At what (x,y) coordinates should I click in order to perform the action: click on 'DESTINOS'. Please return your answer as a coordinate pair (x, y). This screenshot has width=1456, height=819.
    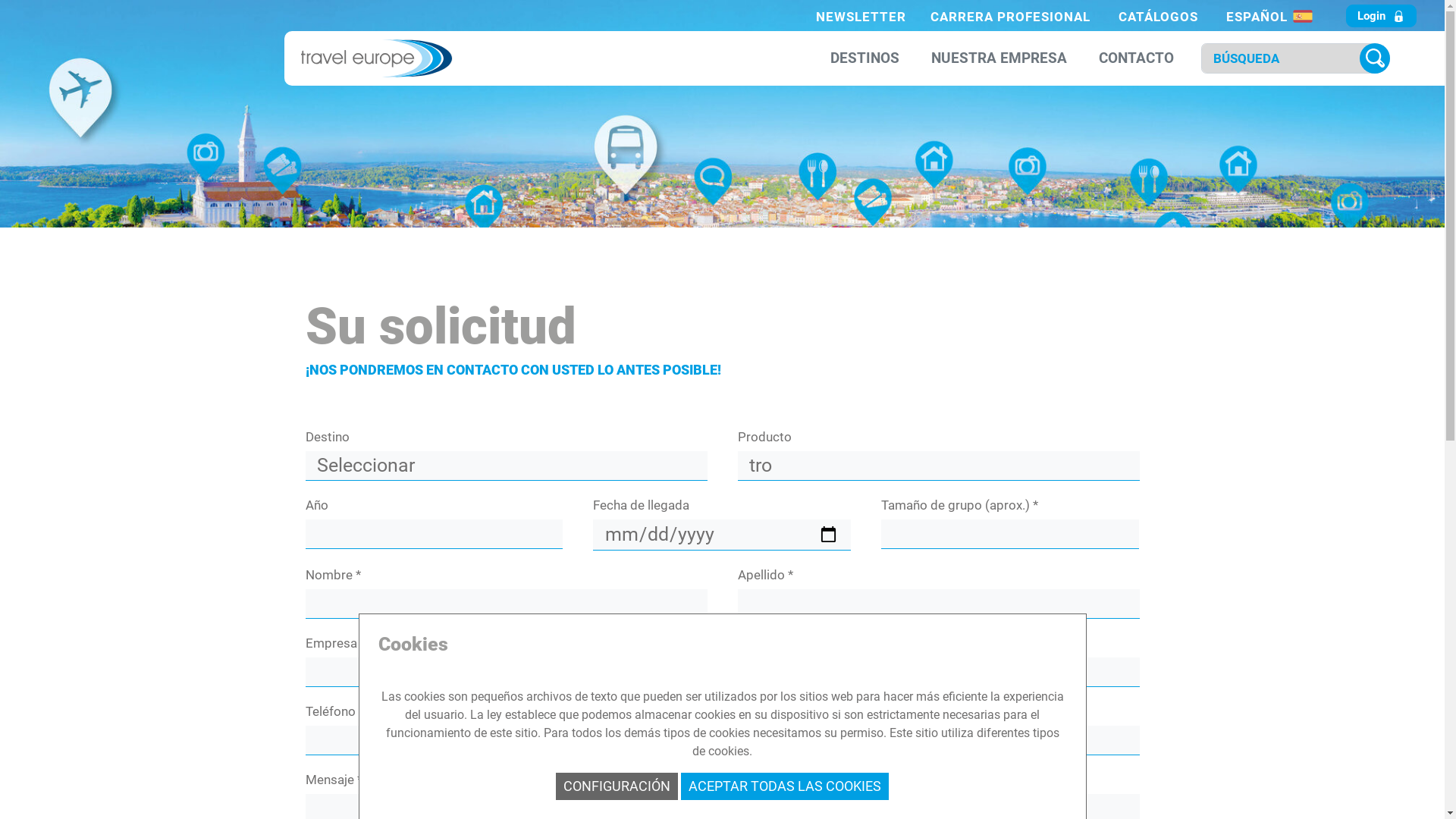
    Looking at the image, I should click on (825, 58).